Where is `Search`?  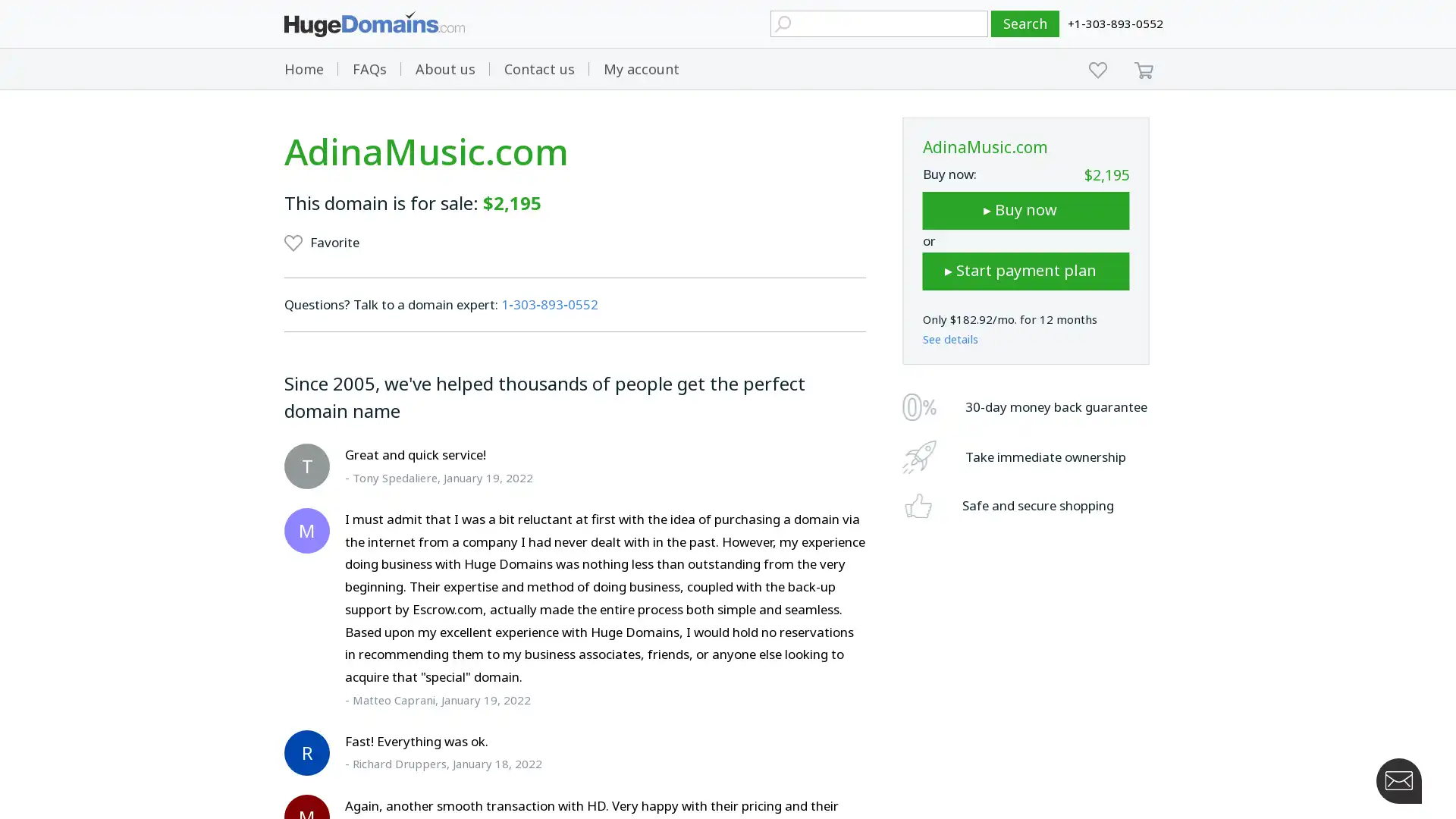 Search is located at coordinates (1025, 24).